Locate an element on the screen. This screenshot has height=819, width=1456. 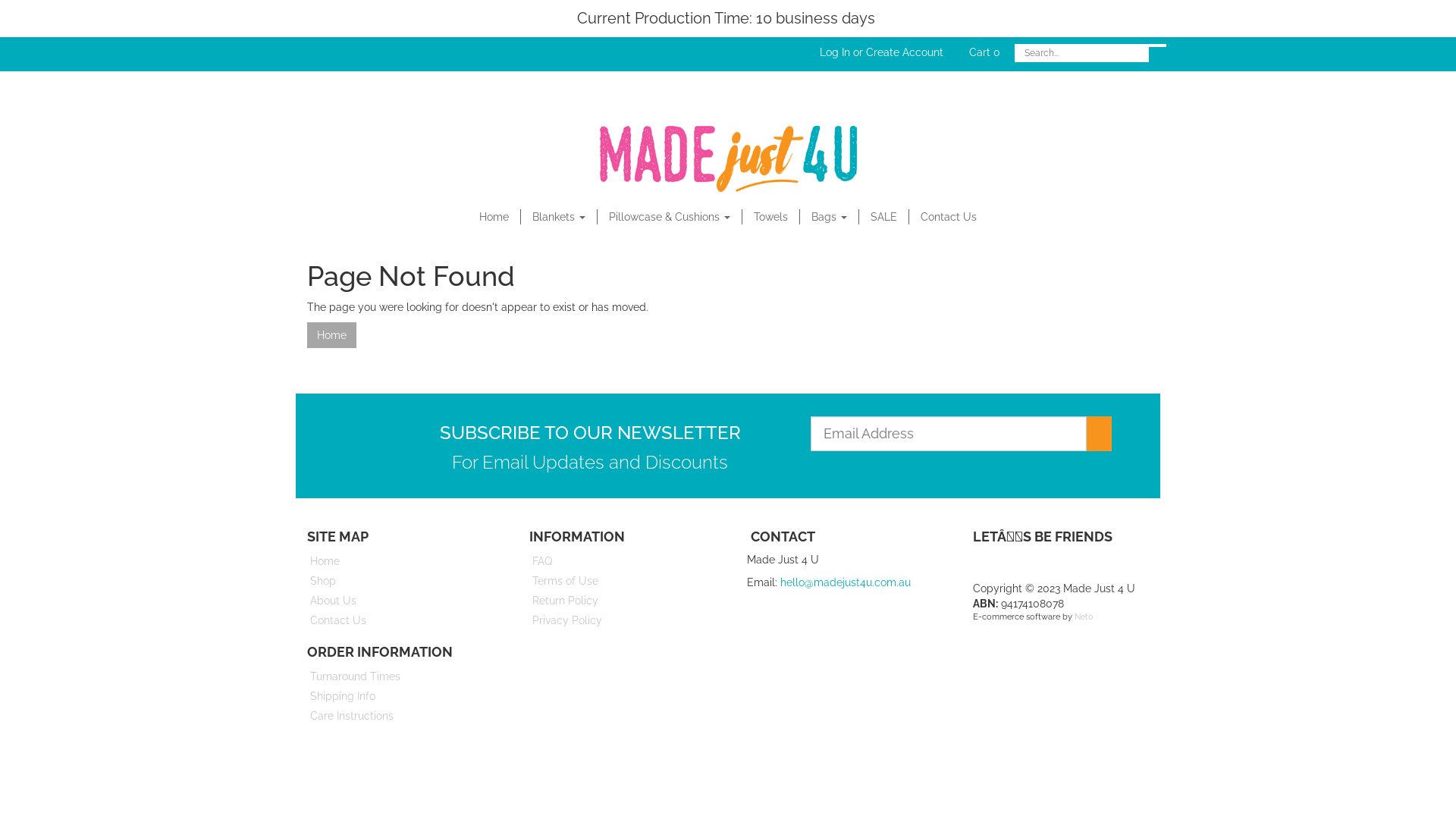
'Search' is located at coordinates (1156, 45).